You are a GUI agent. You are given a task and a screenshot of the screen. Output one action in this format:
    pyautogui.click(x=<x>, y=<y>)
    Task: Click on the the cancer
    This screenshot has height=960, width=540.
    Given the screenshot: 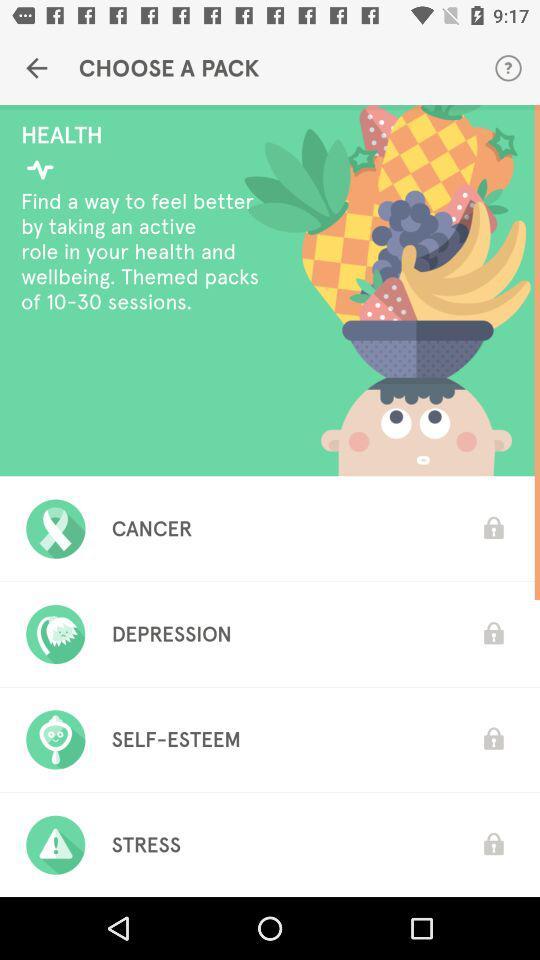 What is the action you would take?
    pyautogui.click(x=151, y=527)
    